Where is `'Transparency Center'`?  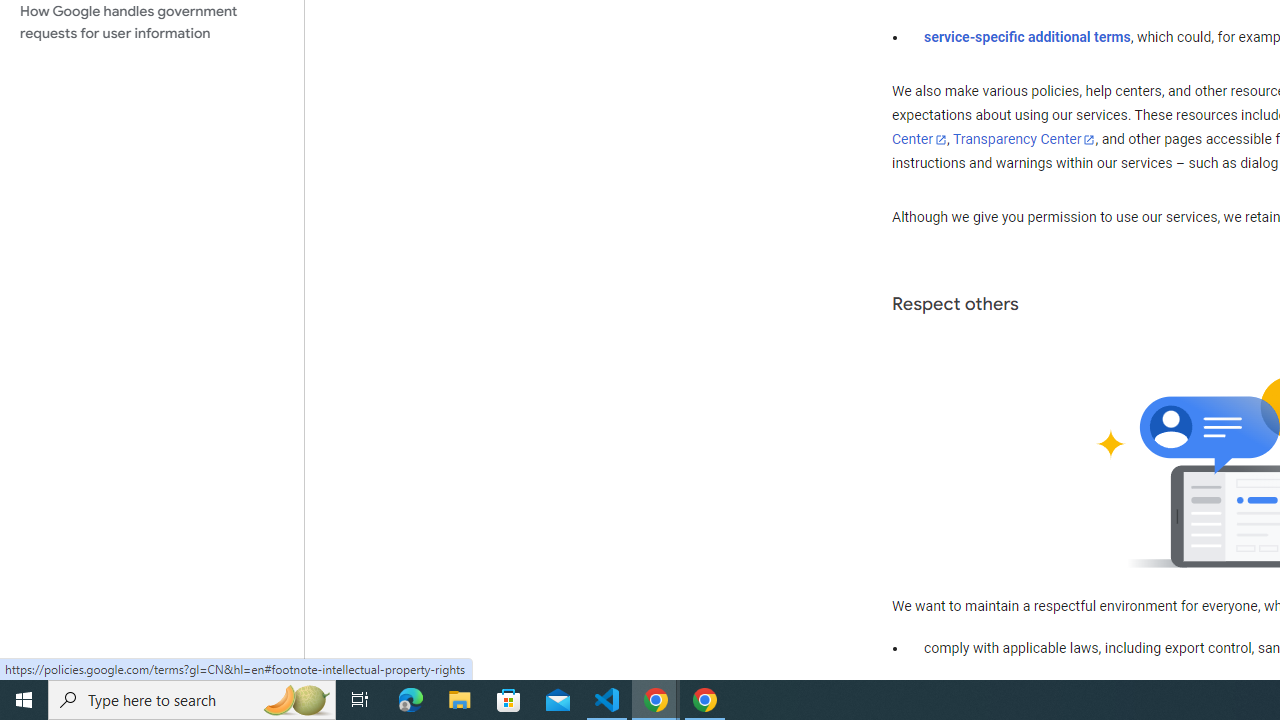 'Transparency Center' is located at coordinates (1024, 139).